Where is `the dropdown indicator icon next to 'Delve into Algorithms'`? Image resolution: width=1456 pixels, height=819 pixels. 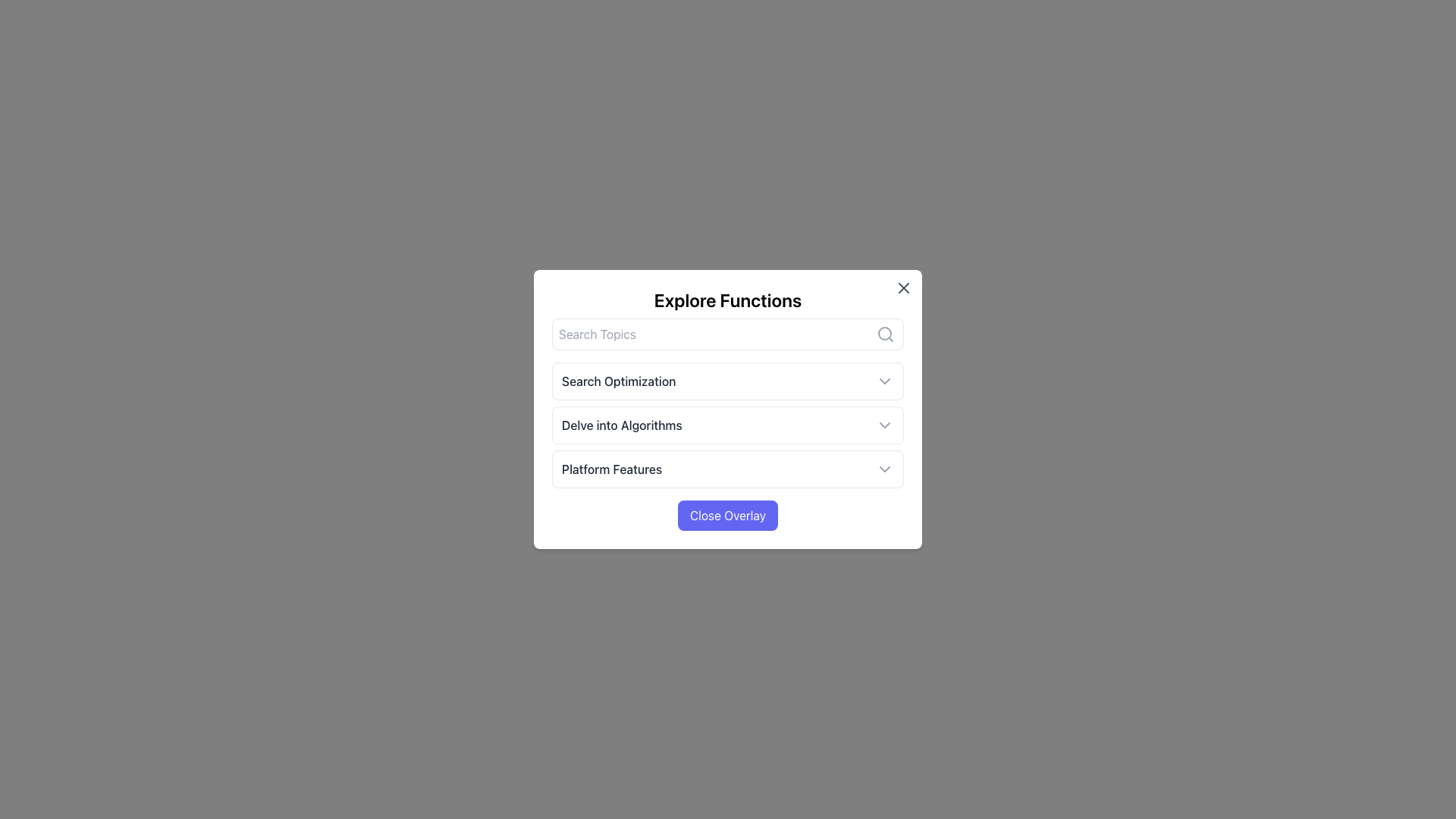 the dropdown indicator icon next to 'Delve into Algorithms' is located at coordinates (884, 425).